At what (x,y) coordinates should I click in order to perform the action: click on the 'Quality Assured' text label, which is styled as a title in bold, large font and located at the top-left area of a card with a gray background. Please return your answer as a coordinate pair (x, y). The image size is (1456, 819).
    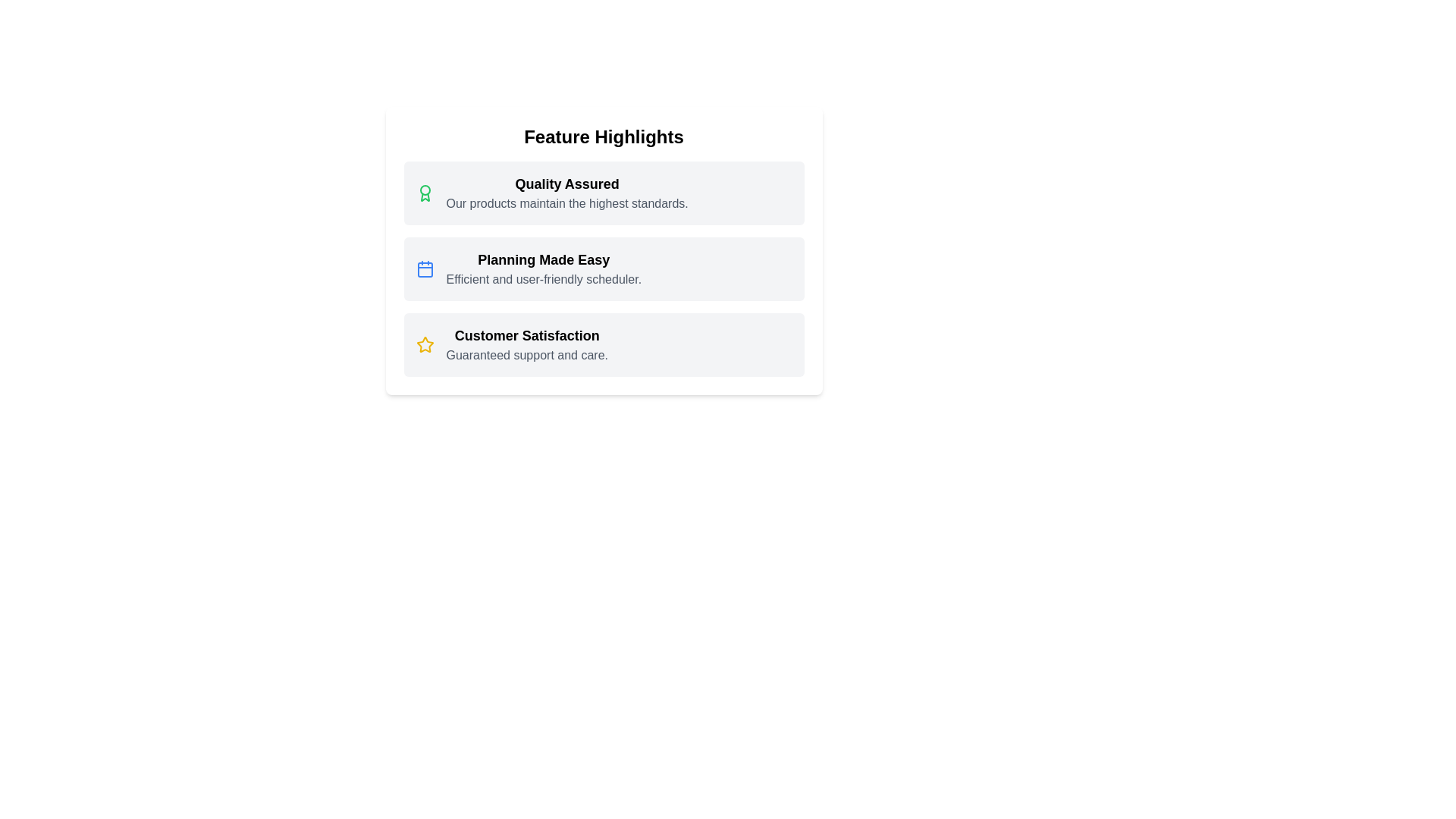
    Looking at the image, I should click on (566, 184).